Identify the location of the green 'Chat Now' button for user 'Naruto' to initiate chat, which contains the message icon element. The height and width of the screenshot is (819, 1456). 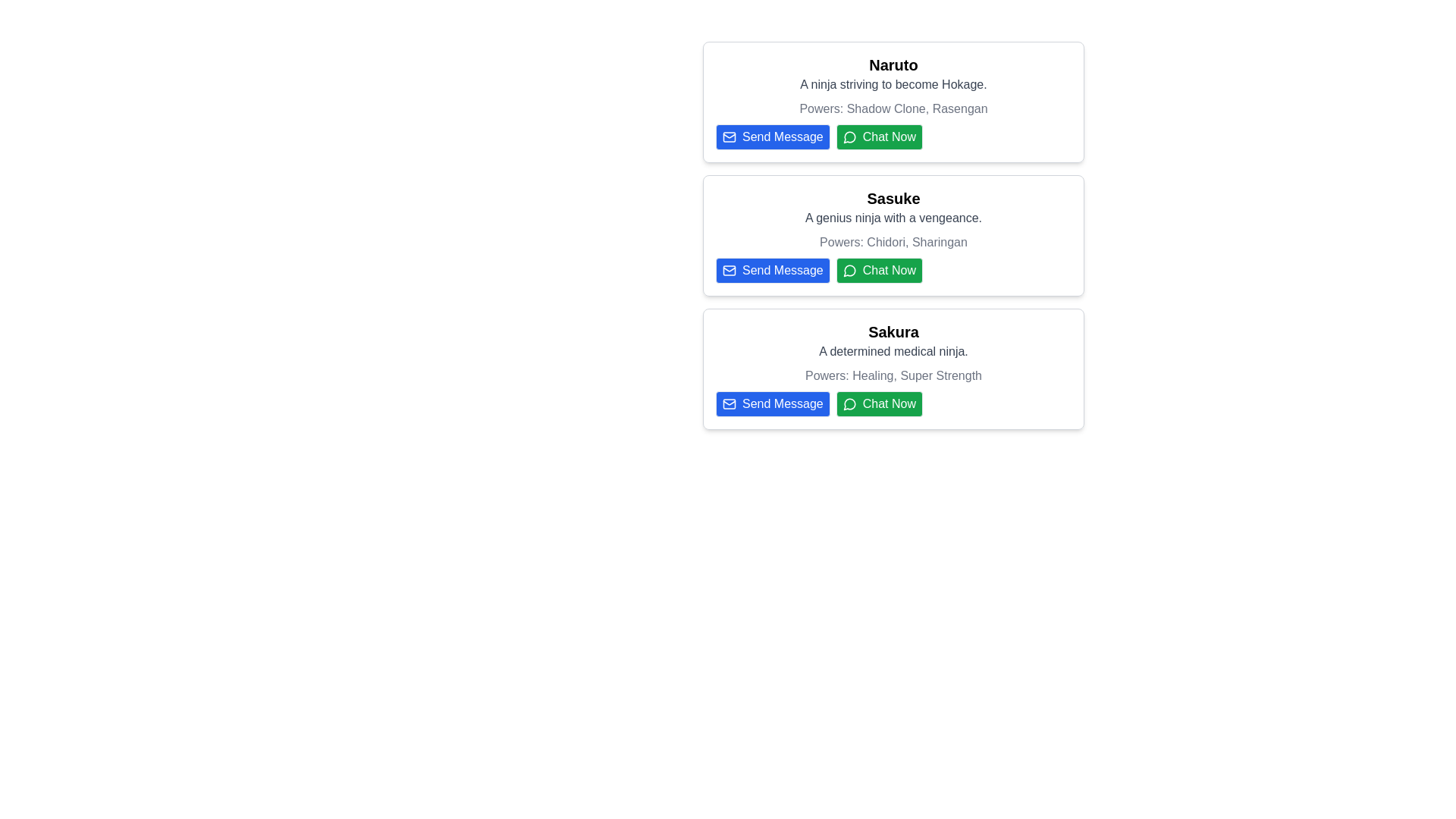
(849, 137).